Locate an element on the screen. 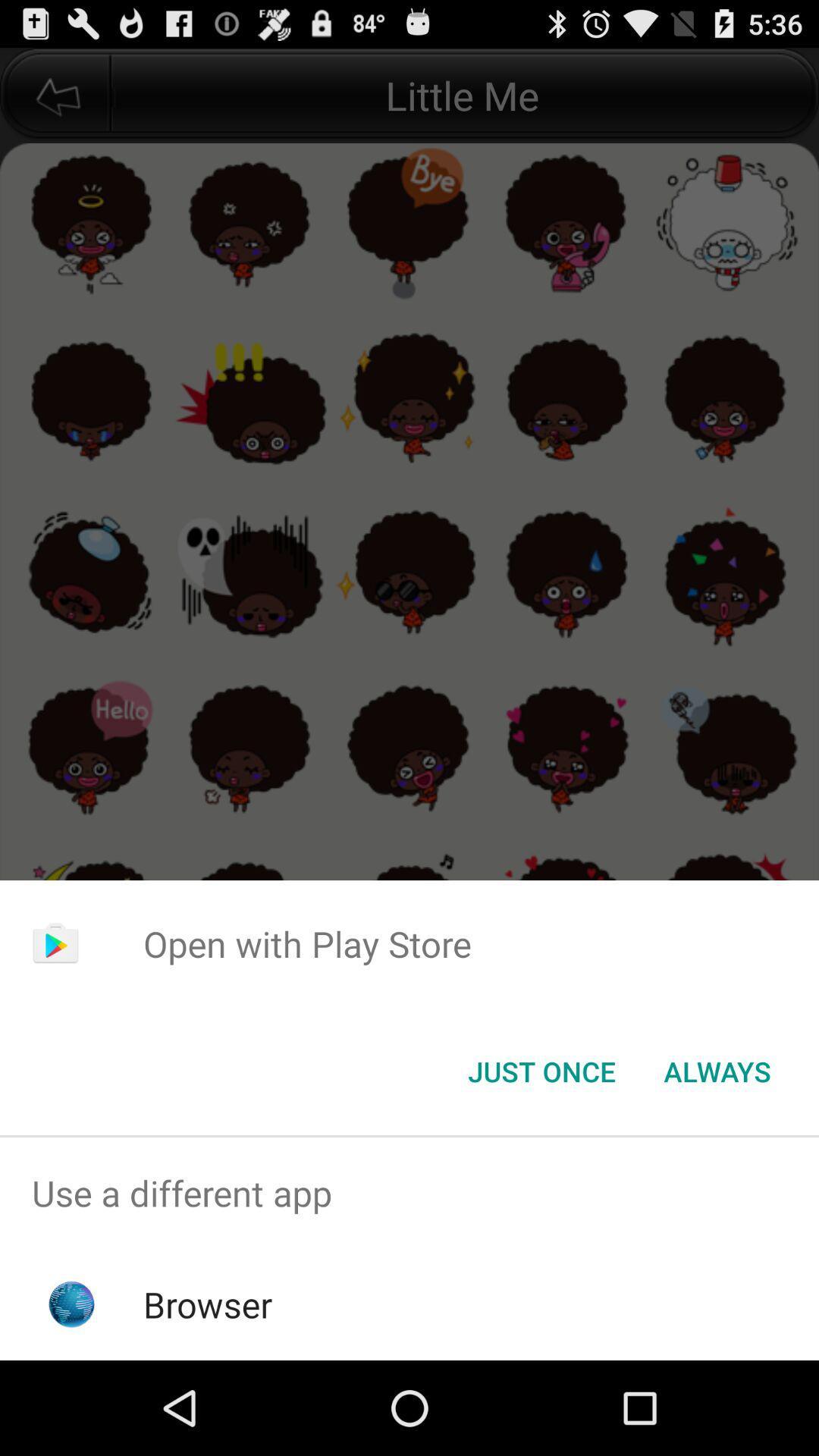 Image resolution: width=819 pixels, height=1456 pixels. just once item is located at coordinates (541, 1070).